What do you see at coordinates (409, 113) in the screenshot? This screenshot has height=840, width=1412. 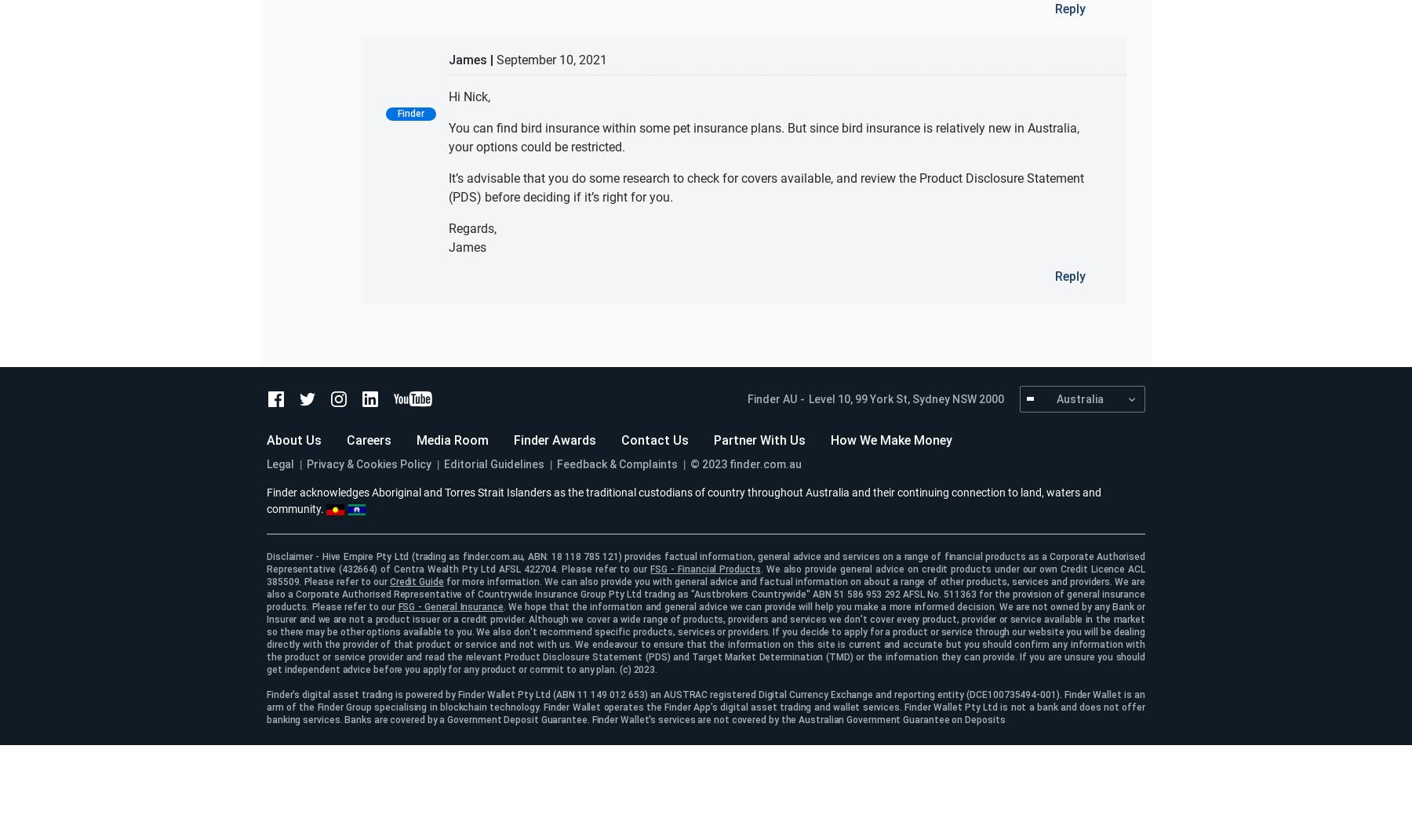 I see `'Finder'` at bounding box center [409, 113].